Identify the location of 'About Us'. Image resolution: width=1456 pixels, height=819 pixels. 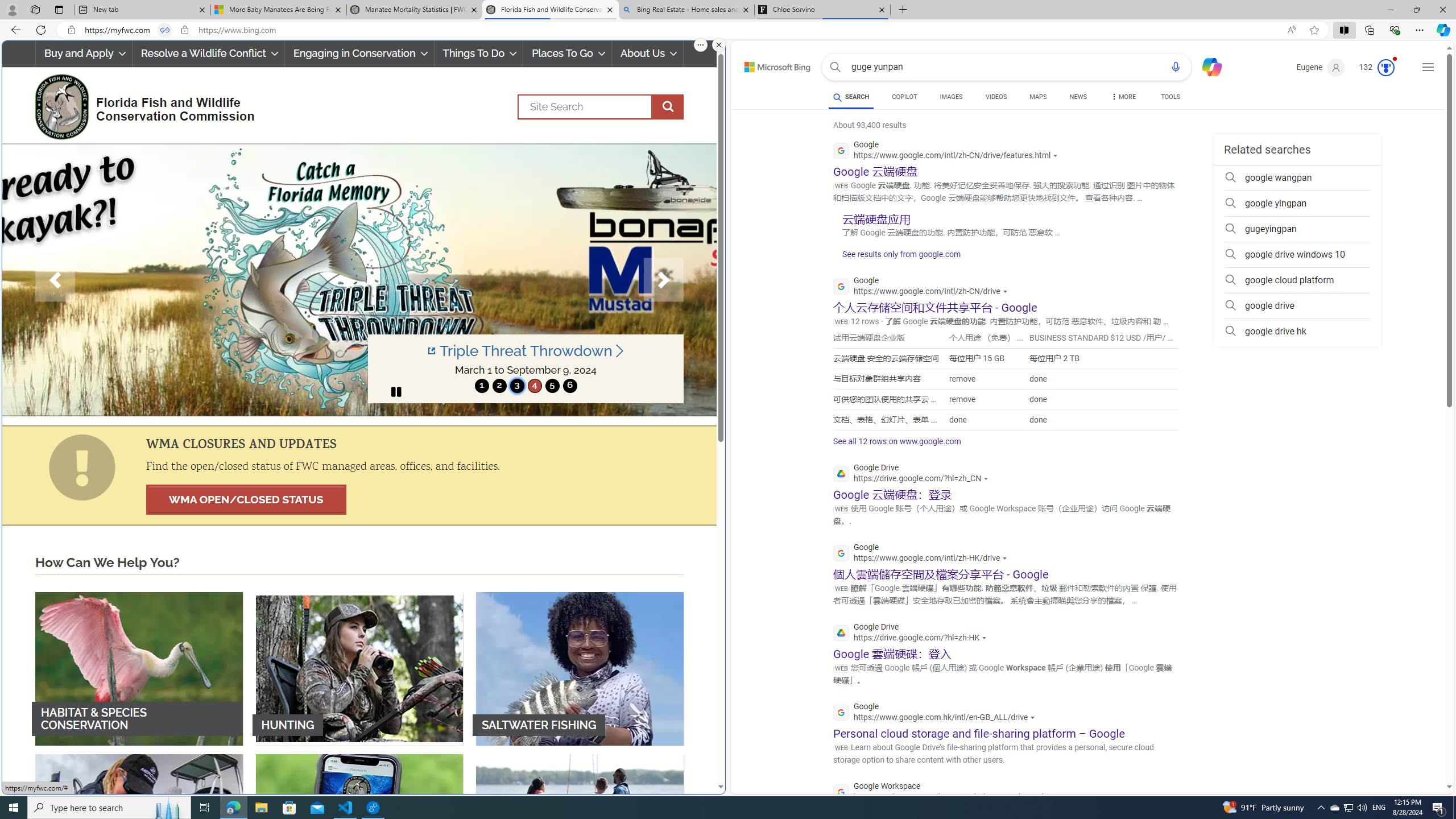
(647, 53).